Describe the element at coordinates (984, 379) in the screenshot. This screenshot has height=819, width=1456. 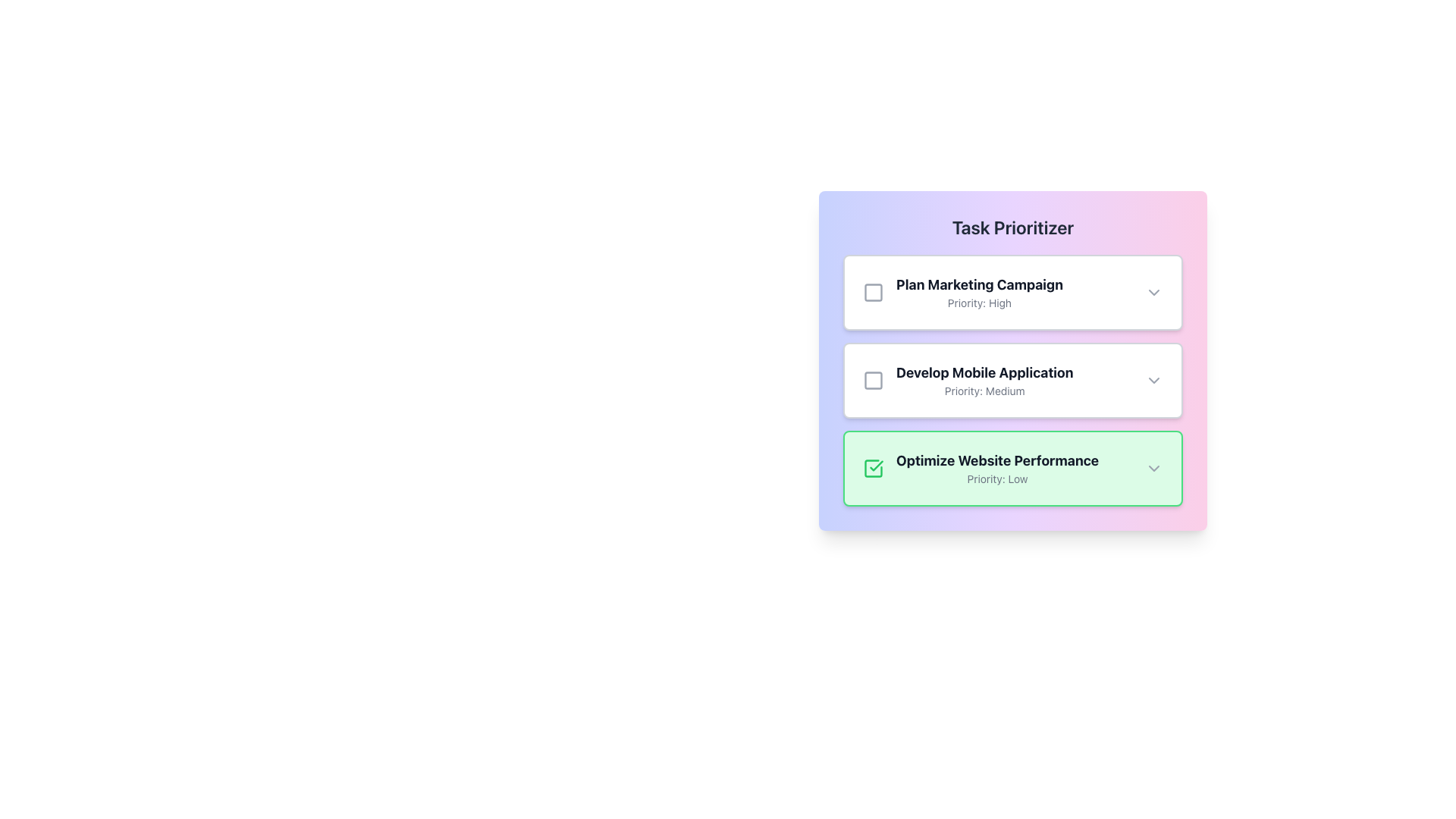
I see `the second task entry in the task prioritization interface that displays the task title and its associated priority level` at that location.